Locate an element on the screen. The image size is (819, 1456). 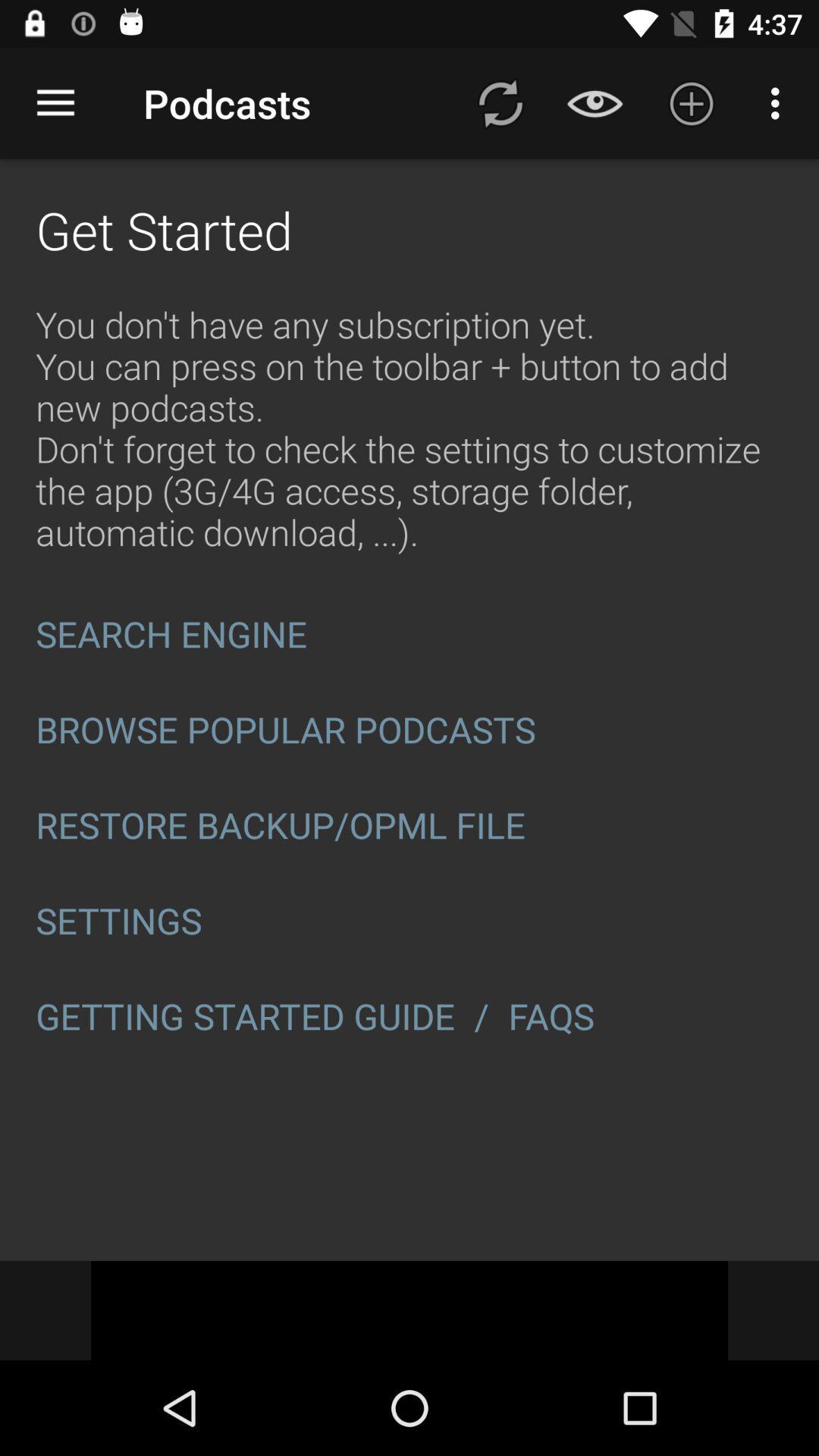
the icon next to podcasts is located at coordinates (55, 102).